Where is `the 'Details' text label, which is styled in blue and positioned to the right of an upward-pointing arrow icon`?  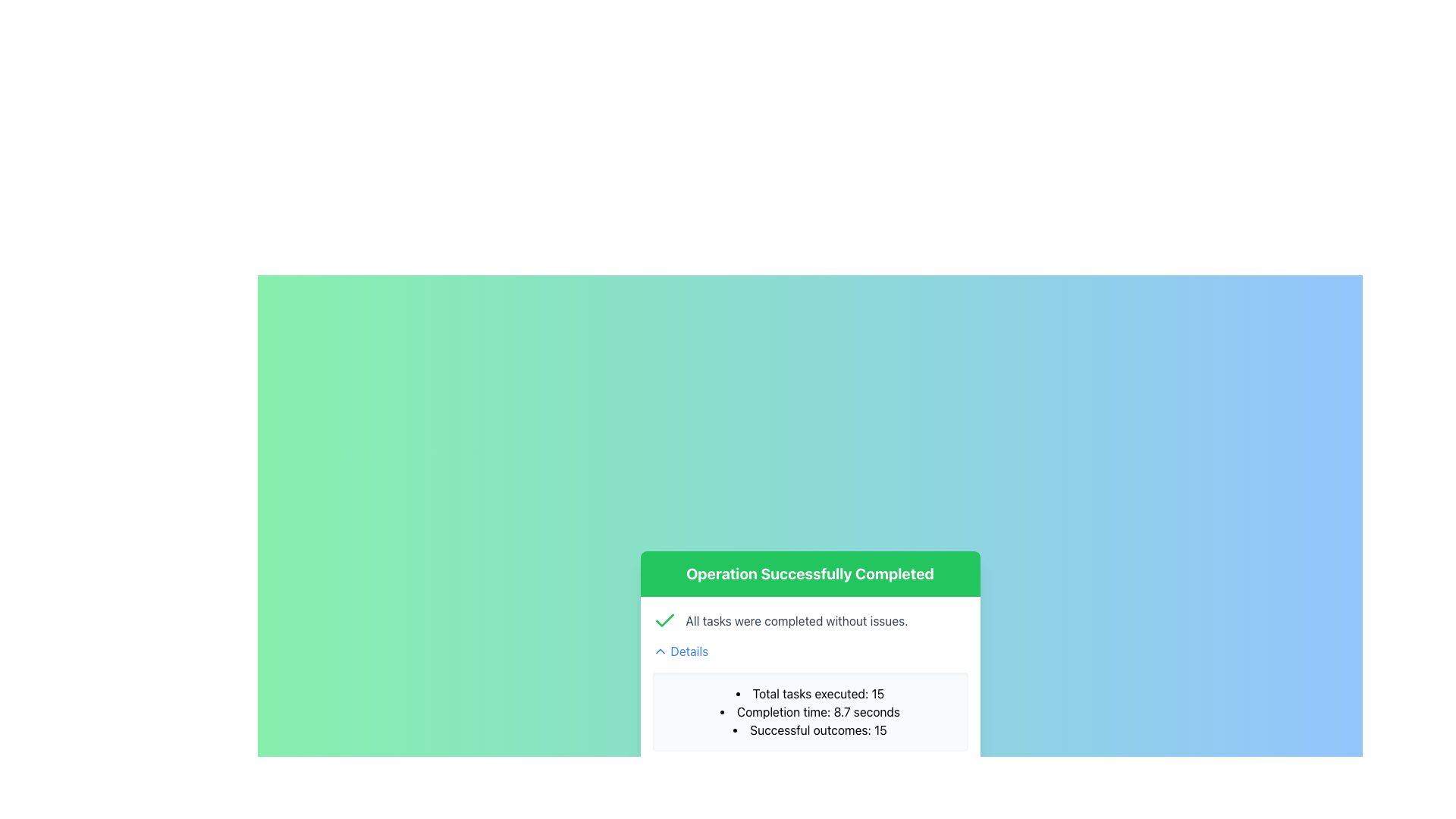 the 'Details' text label, which is styled in blue and positioned to the right of an upward-pointing arrow icon is located at coordinates (689, 651).